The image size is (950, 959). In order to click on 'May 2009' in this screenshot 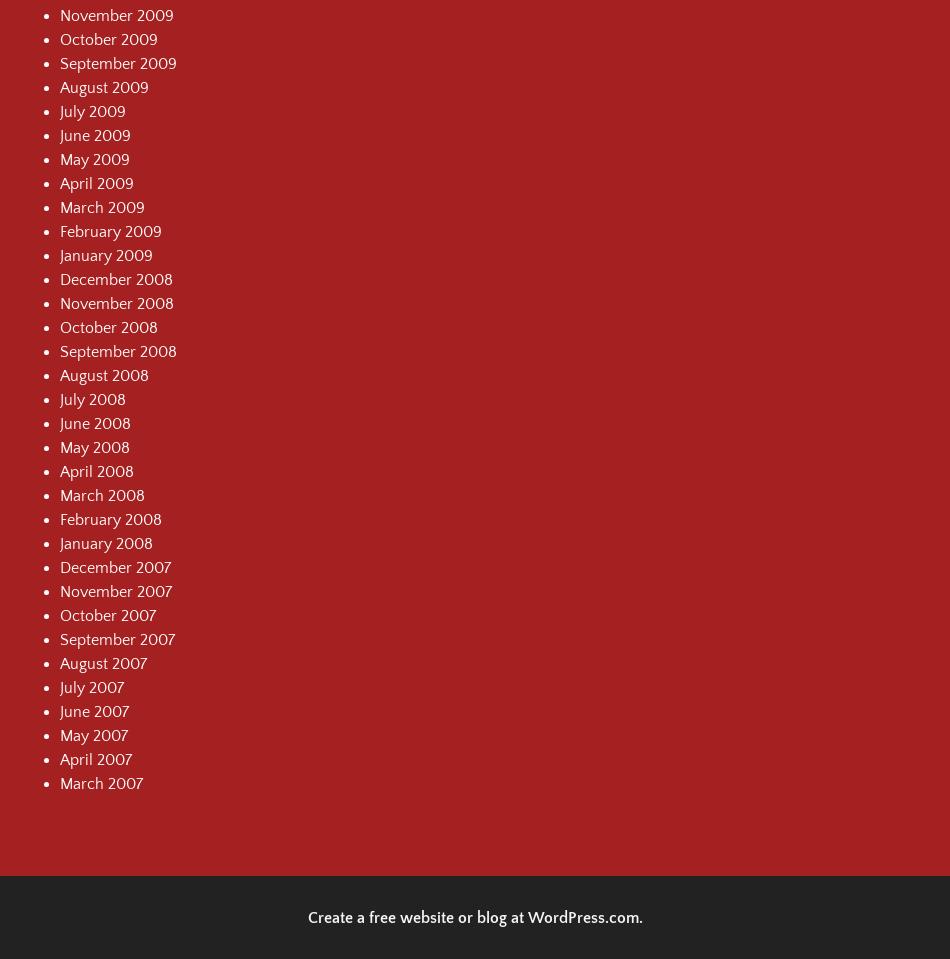, I will do `click(95, 158)`.